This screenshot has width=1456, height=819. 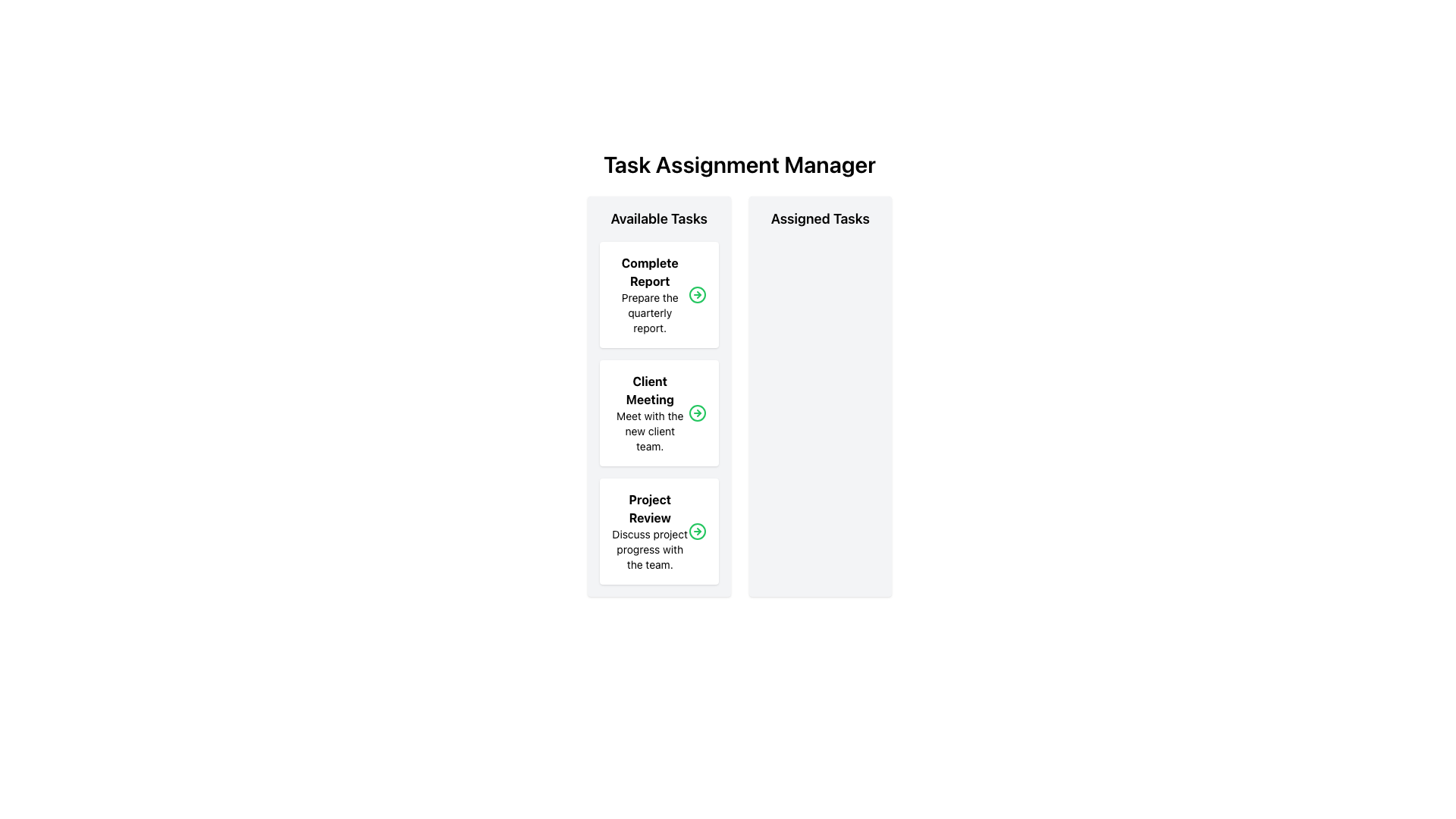 I want to click on the prominently displayed title 'Task Assignment Manager' at the top of the interface, which is bold and centered horizontally, so click(x=739, y=164).